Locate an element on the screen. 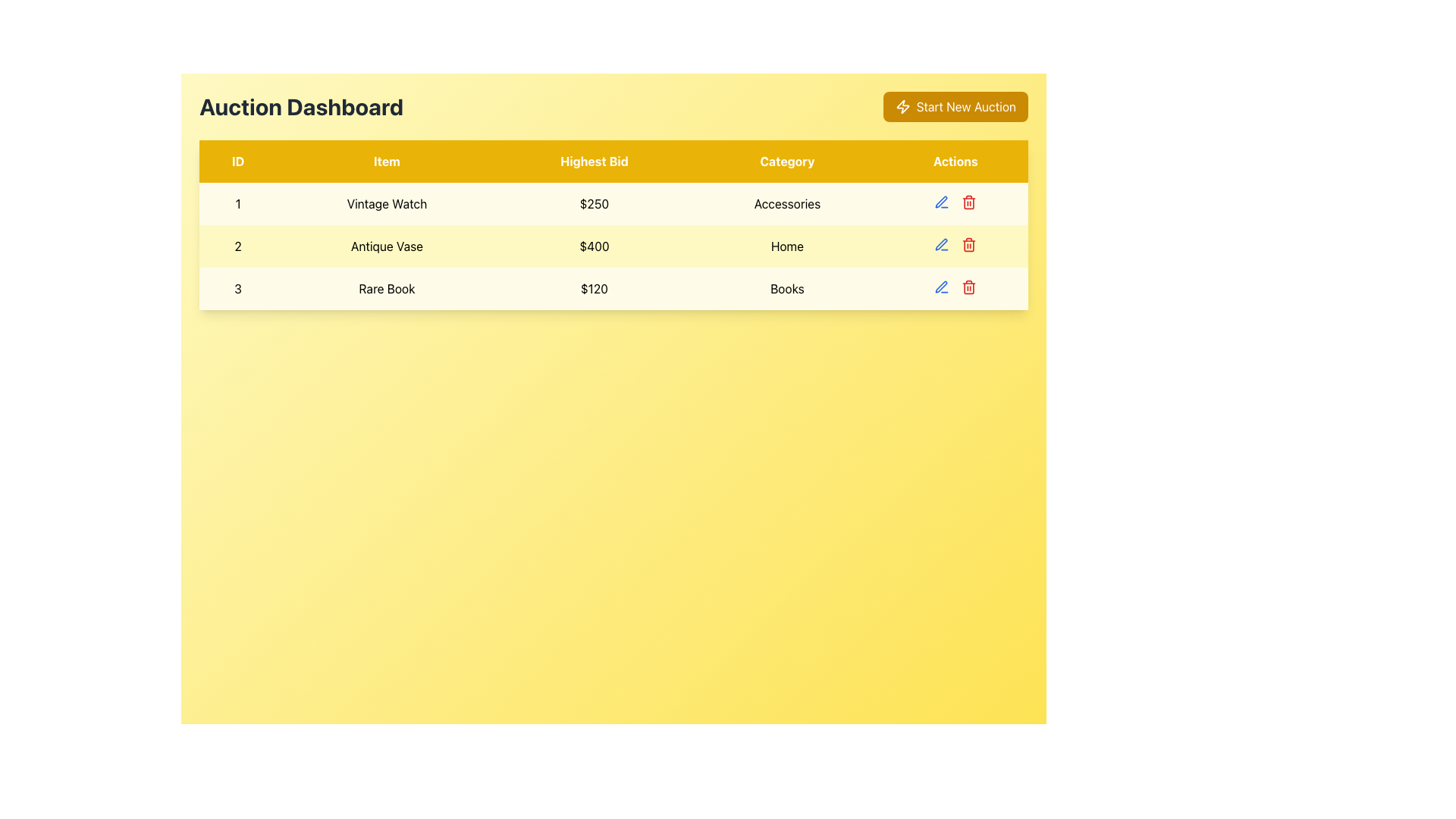  the non-interactive text label indicating the item's category located in the third row of the table under the 'Category' column is located at coordinates (787, 289).